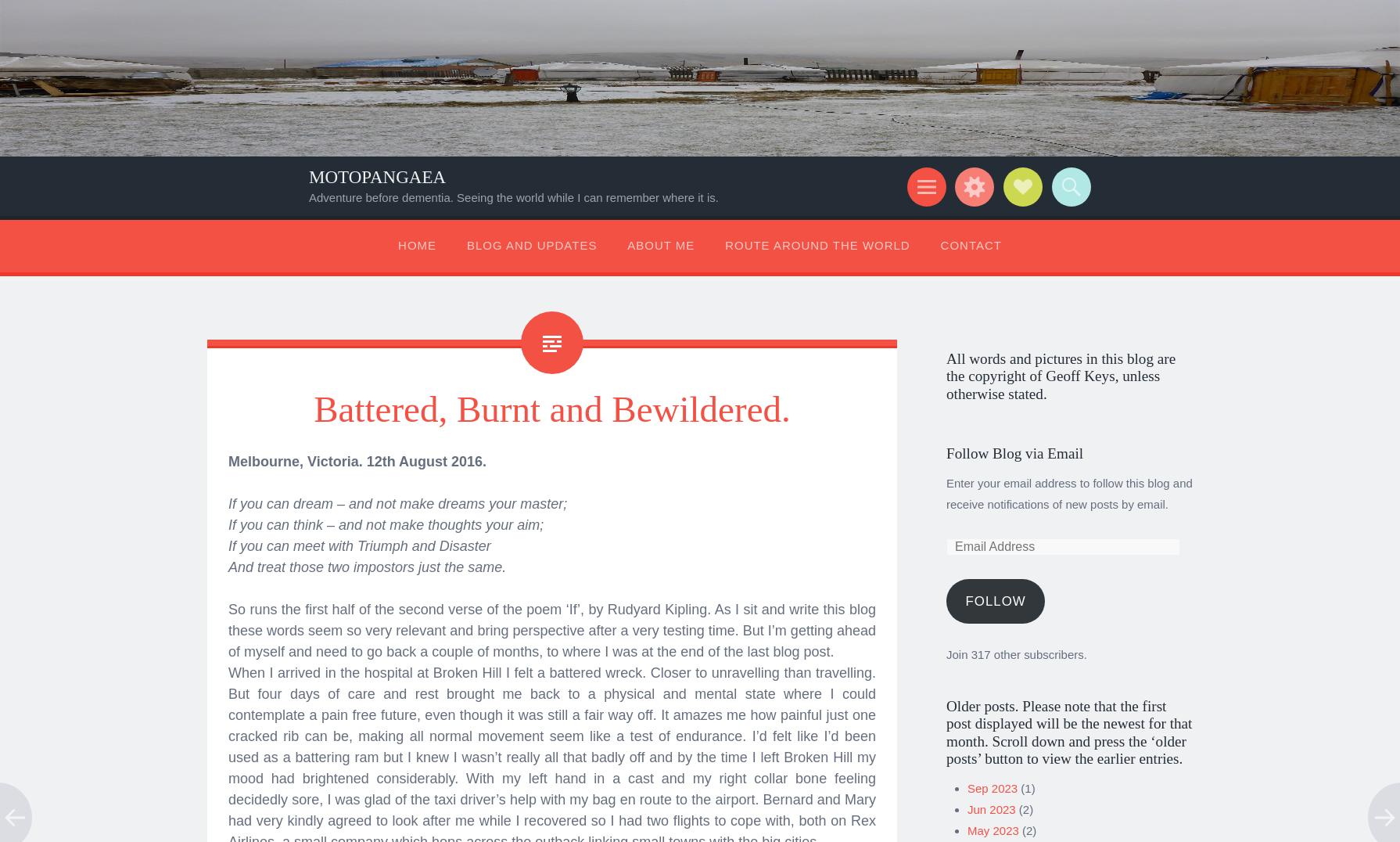  What do you see at coordinates (366, 561) in the screenshot?
I see `'And treat those two impostors just the same.'` at bounding box center [366, 561].